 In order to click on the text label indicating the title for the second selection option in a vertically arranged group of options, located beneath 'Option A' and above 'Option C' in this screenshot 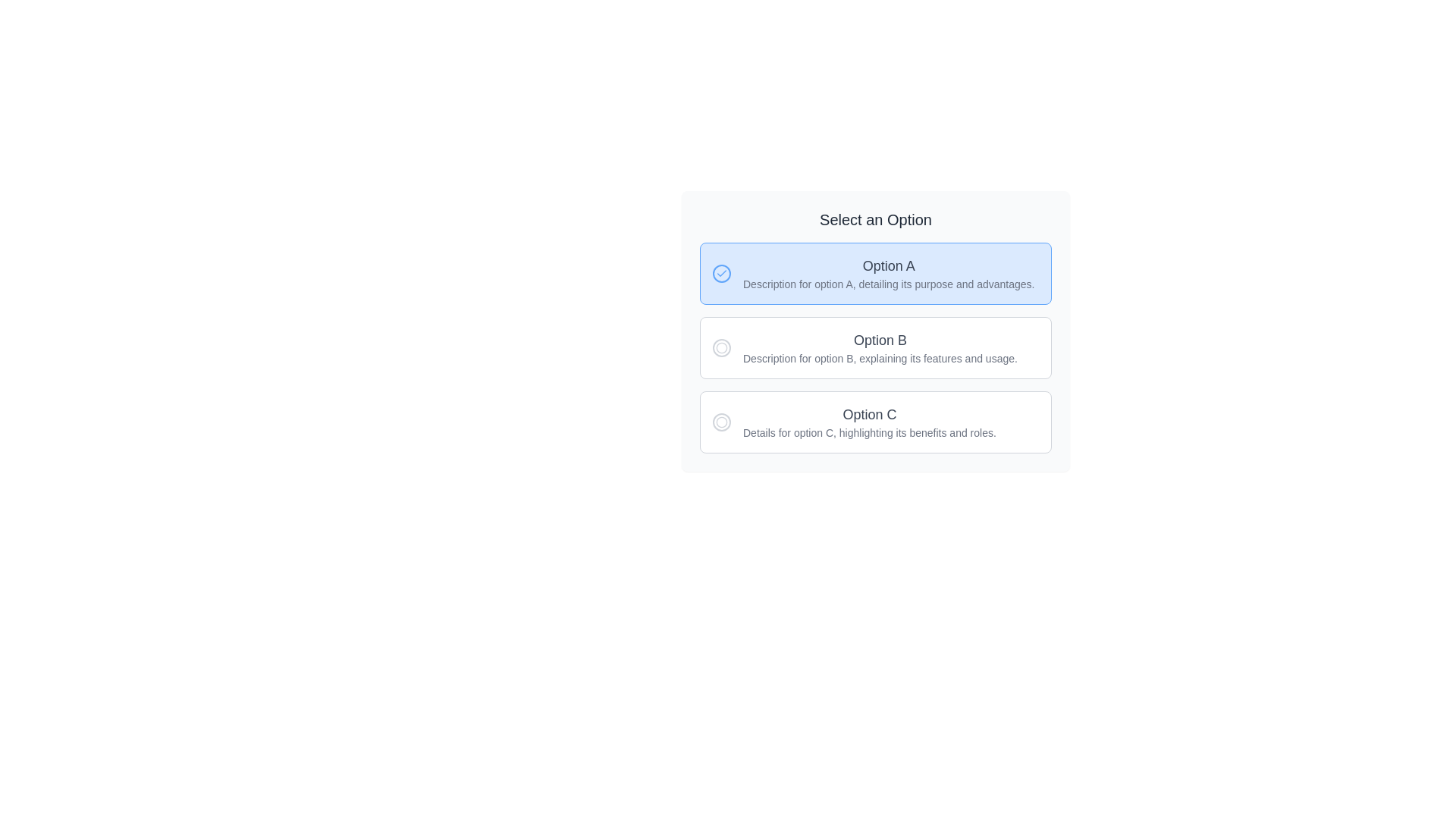, I will do `click(880, 339)`.